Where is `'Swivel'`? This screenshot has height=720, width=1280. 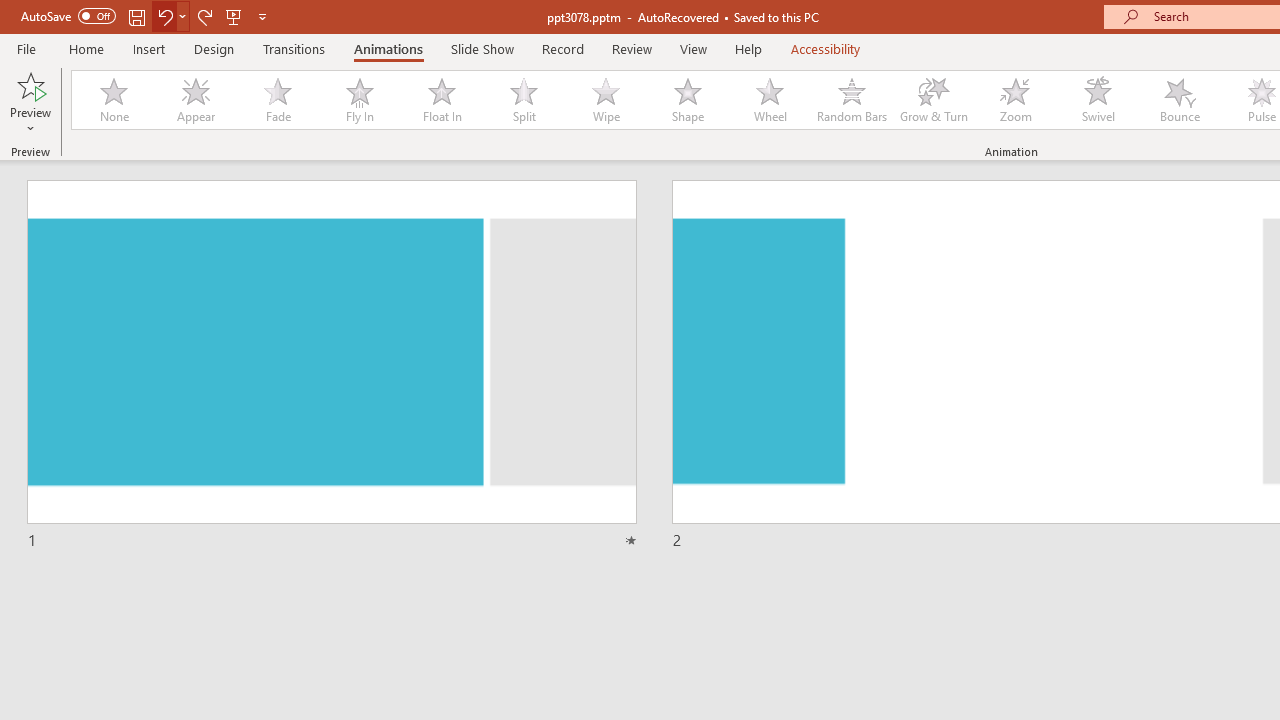
'Swivel' is located at coordinates (1097, 100).